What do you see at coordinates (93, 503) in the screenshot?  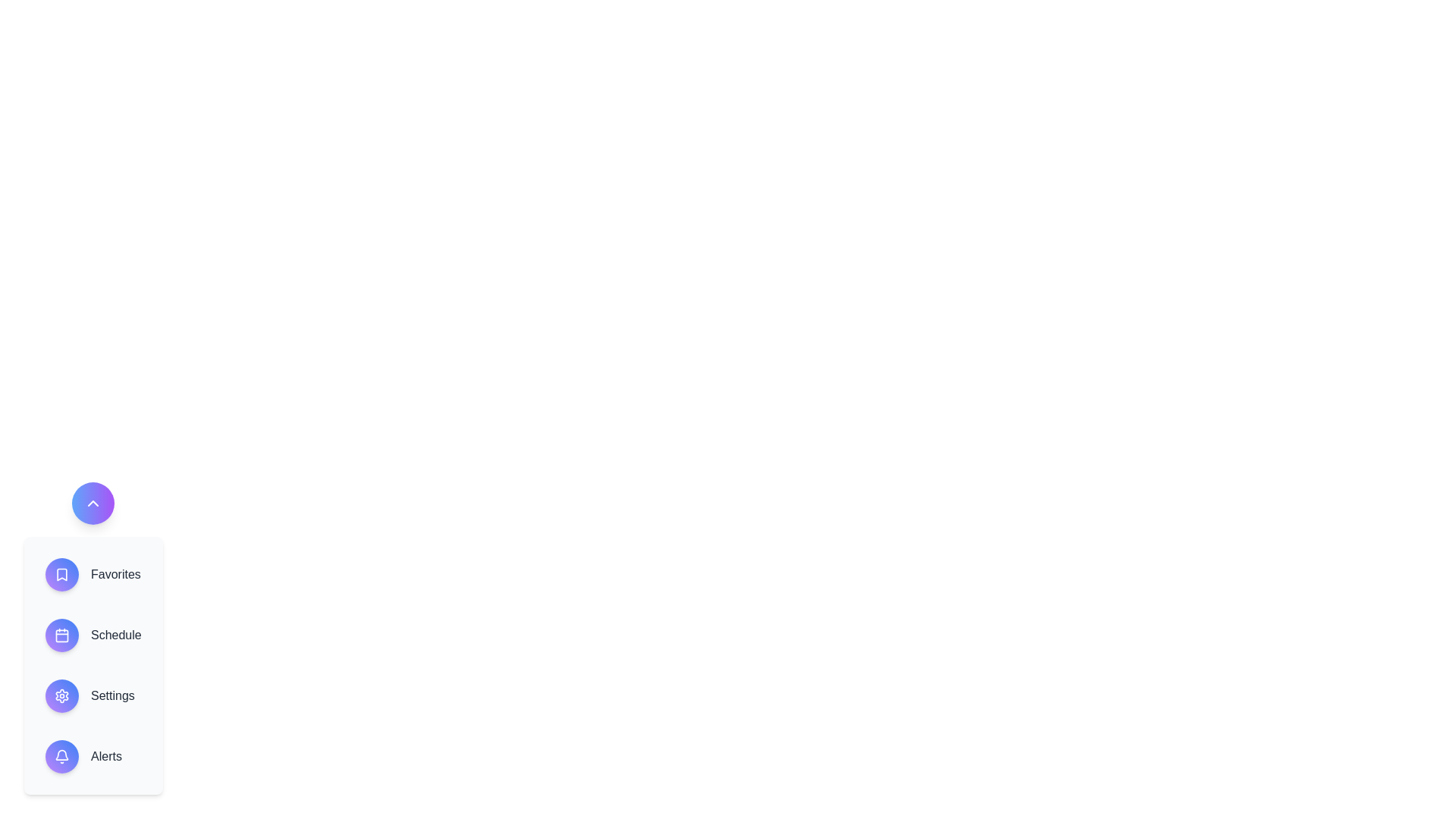 I see `toggle button to expand or collapse the menu` at bounding box center [93, 503].